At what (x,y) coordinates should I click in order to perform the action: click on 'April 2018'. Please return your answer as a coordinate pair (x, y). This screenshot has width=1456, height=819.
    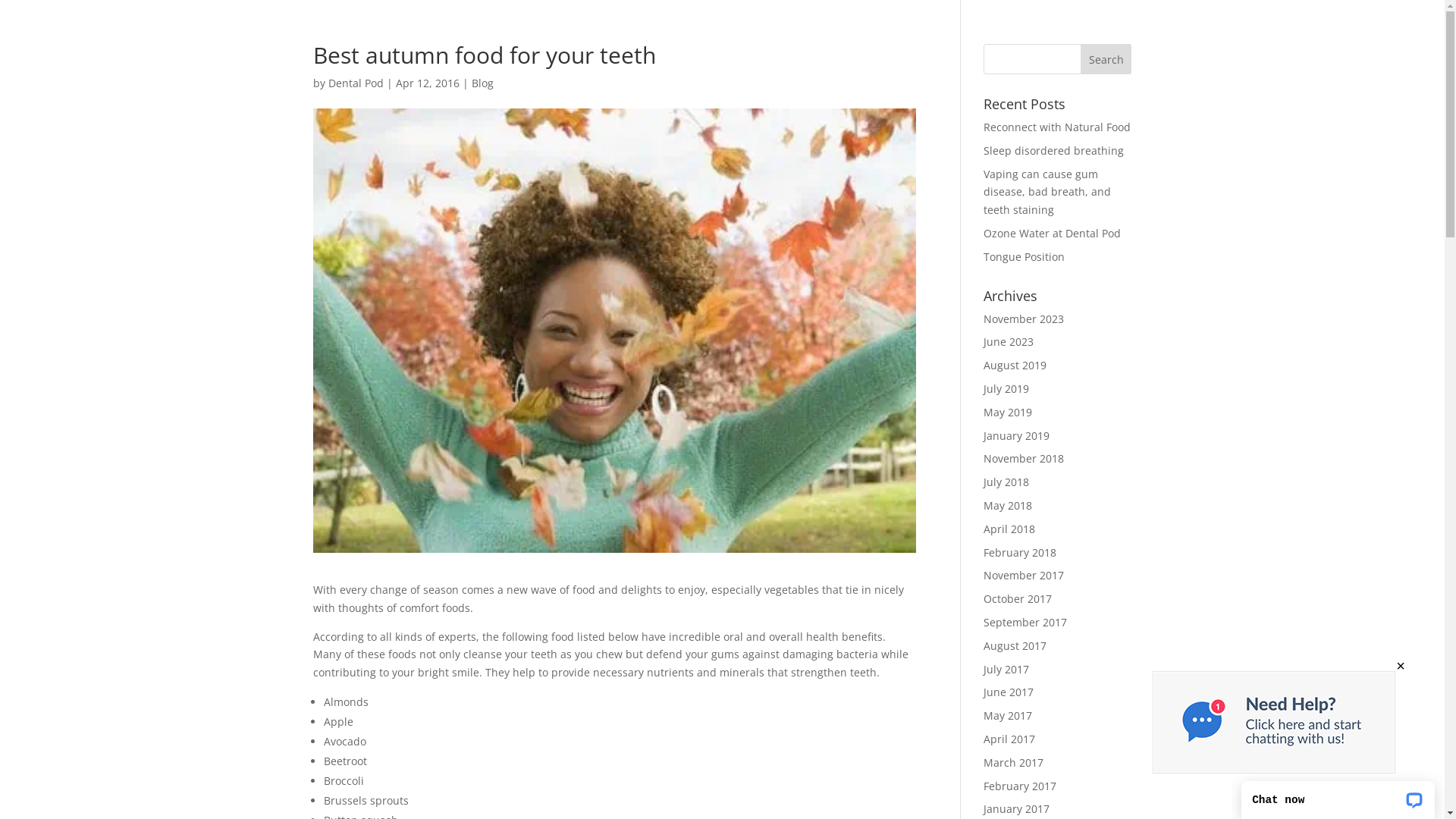
    Looking at the image, I should click on (983, 528).